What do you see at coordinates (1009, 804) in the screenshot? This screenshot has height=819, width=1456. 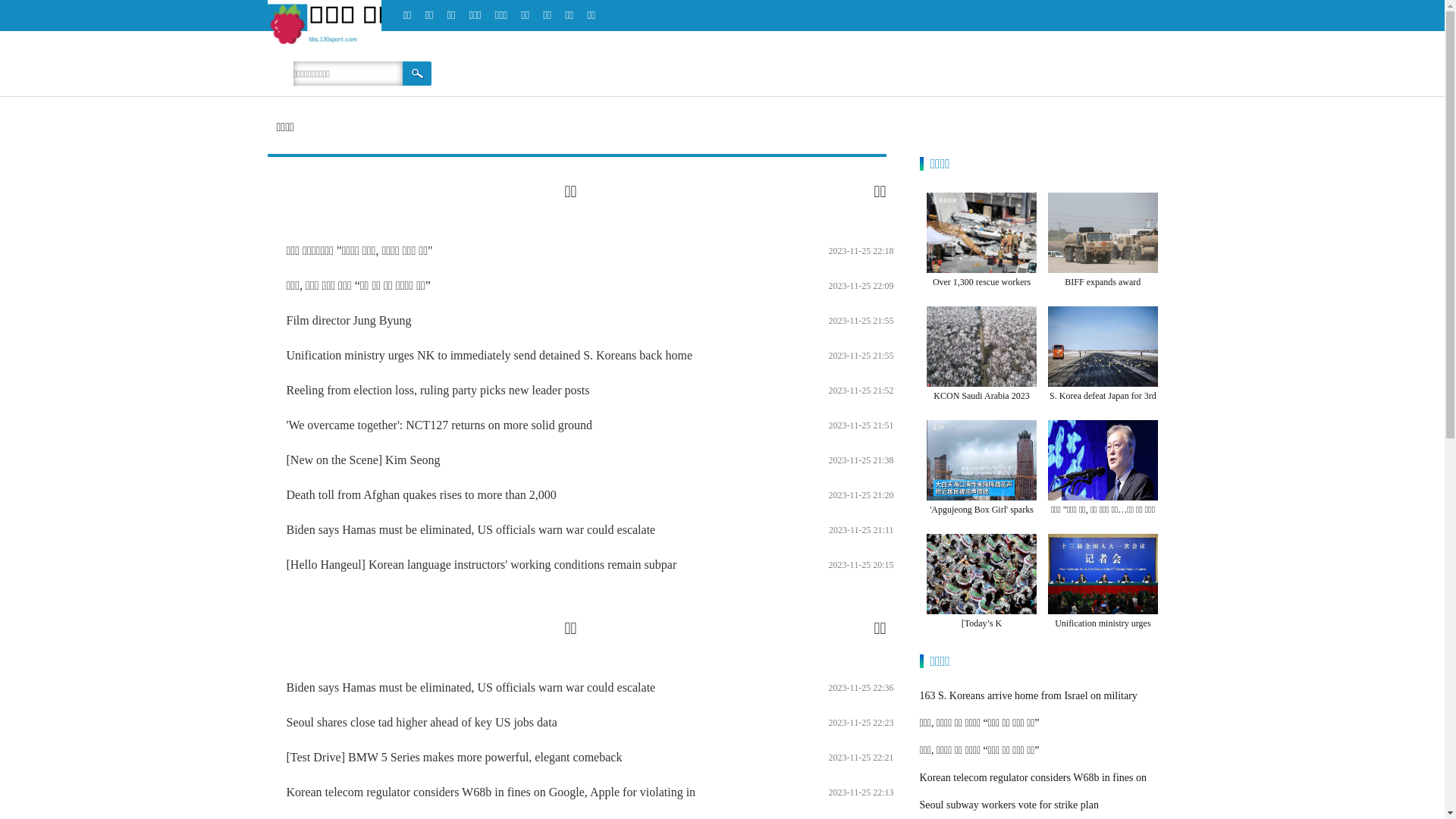 I see `'Seoul subway workers vote for strike plan'` at bounding box center [1009, 804].